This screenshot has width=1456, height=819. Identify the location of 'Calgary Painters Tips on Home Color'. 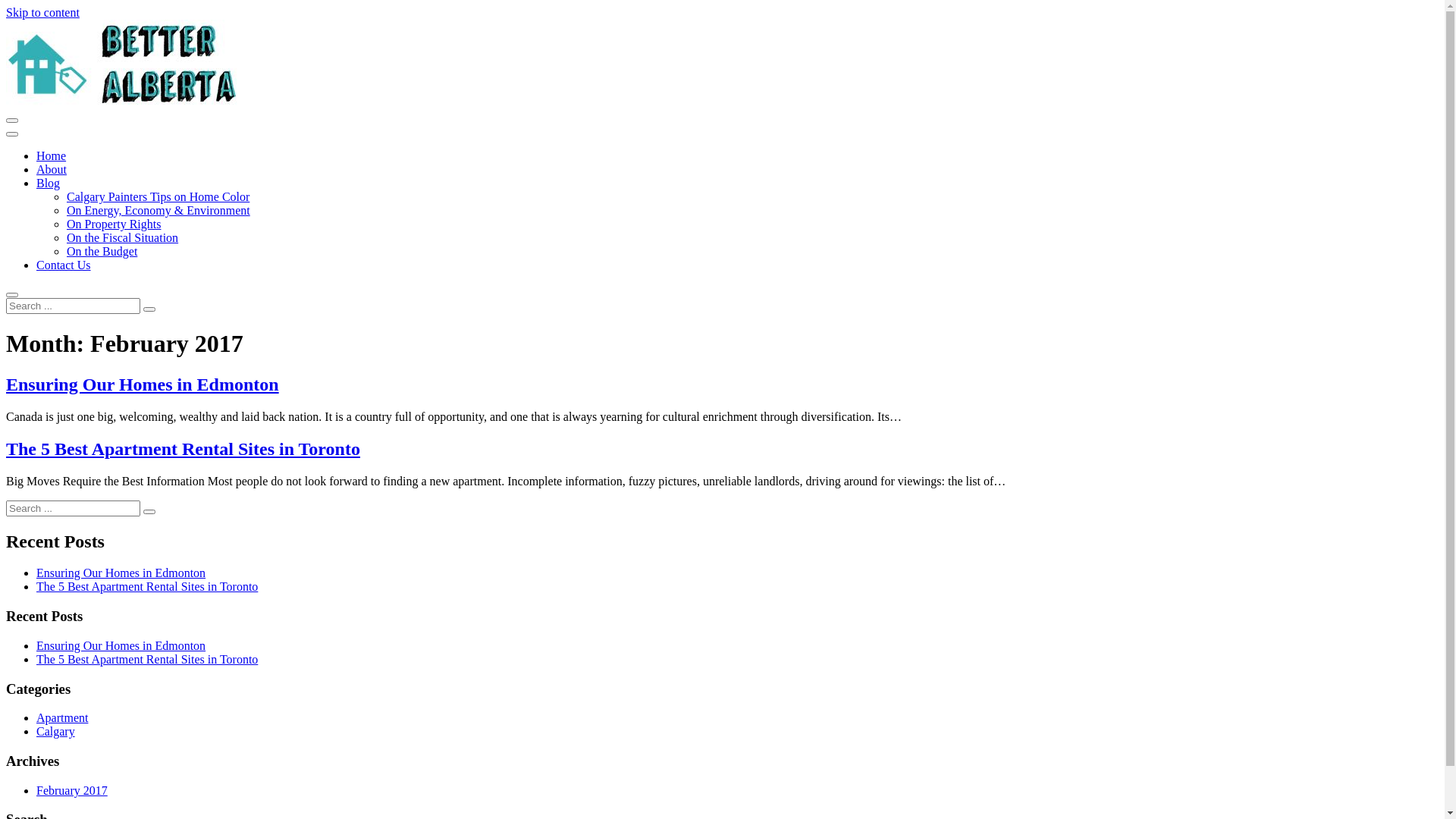
(158, 196).